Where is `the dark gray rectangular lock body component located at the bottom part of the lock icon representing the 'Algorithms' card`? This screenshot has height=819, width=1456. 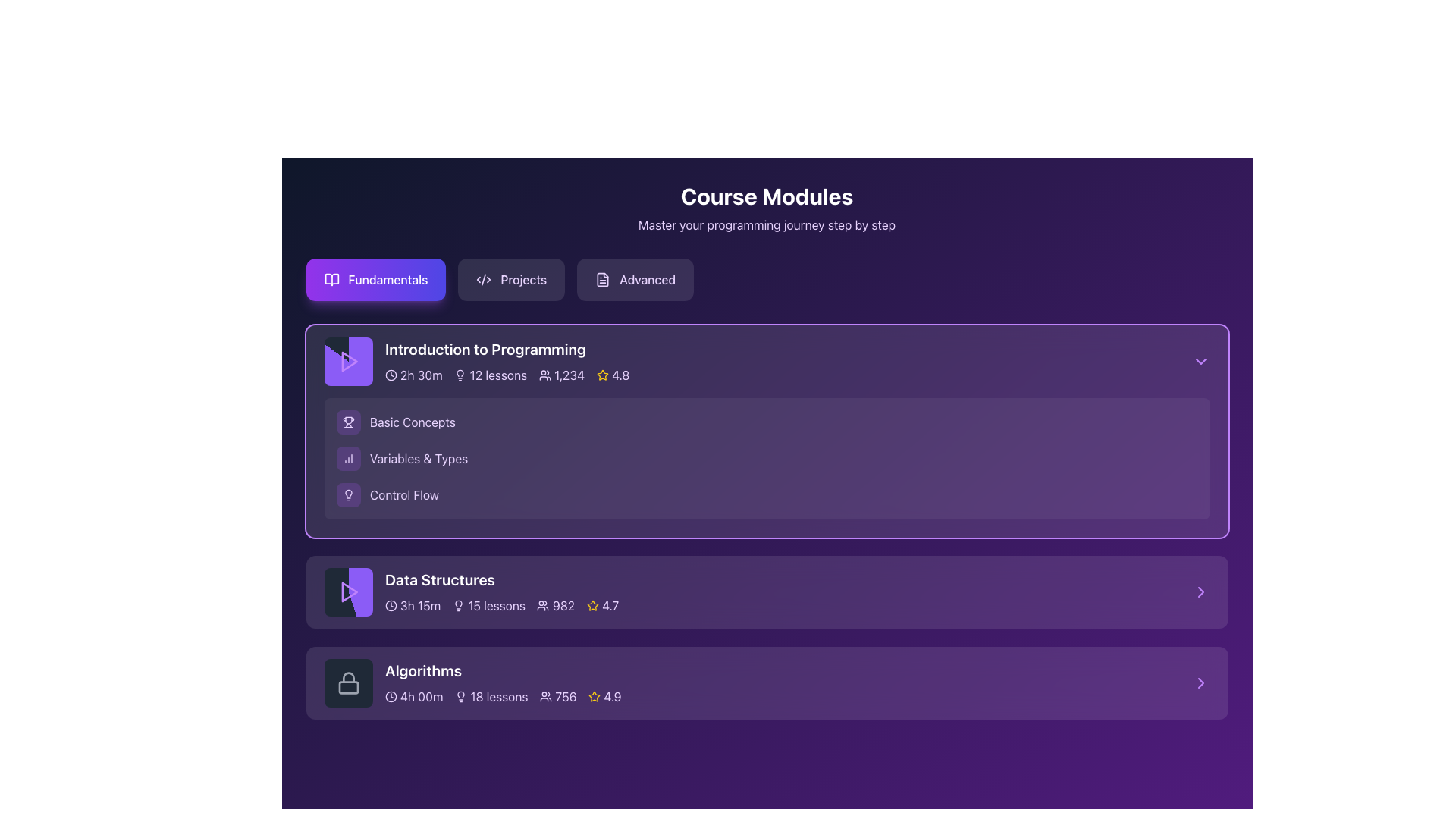 the dark gray rectangular lock body component located at the bottom part of the lock icon representing the 'Algorithms' card is located at coordinates (347, 687).